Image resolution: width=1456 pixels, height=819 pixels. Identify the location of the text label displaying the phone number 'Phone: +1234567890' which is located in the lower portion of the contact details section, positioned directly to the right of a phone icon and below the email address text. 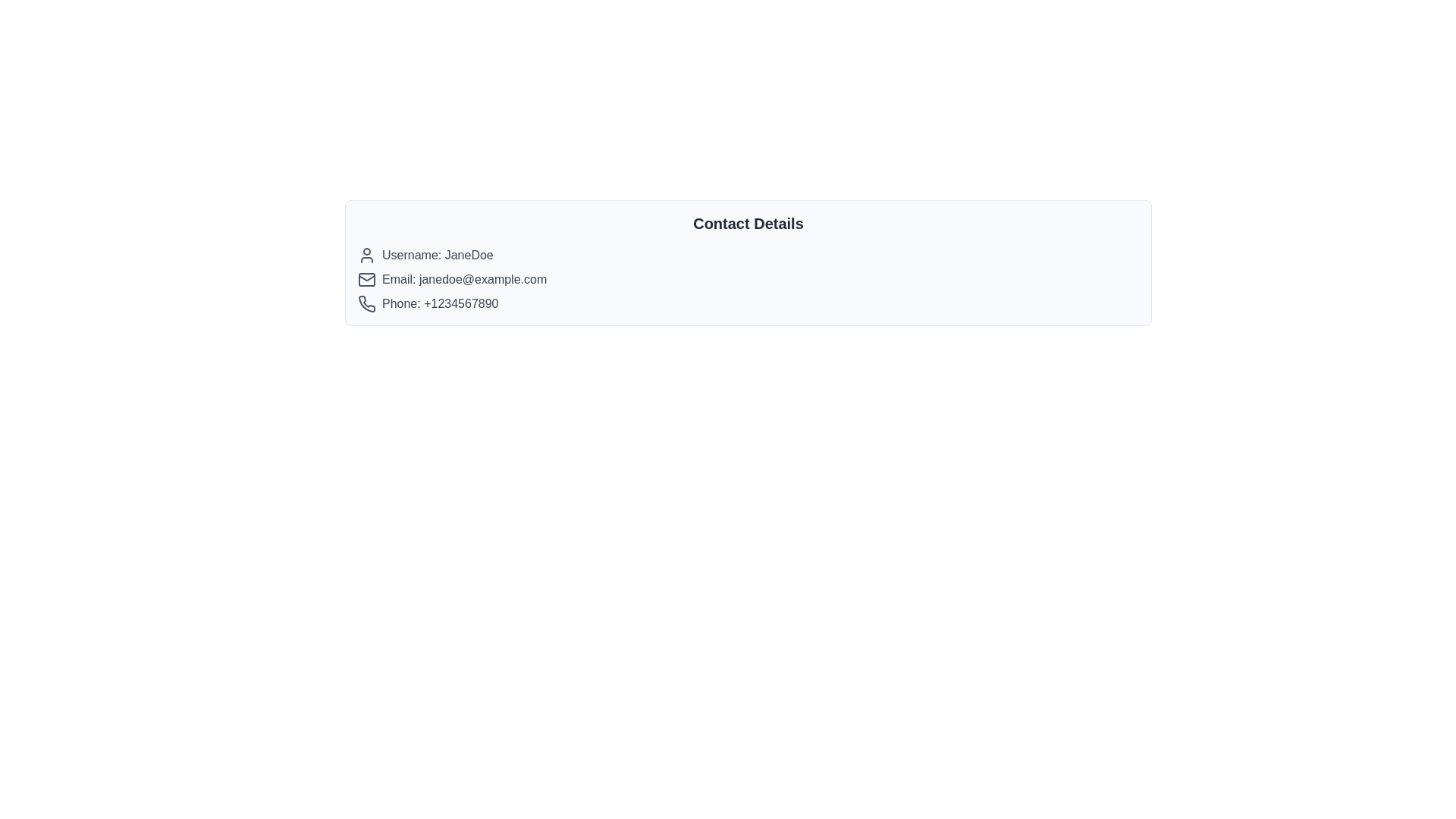
(439, 304).